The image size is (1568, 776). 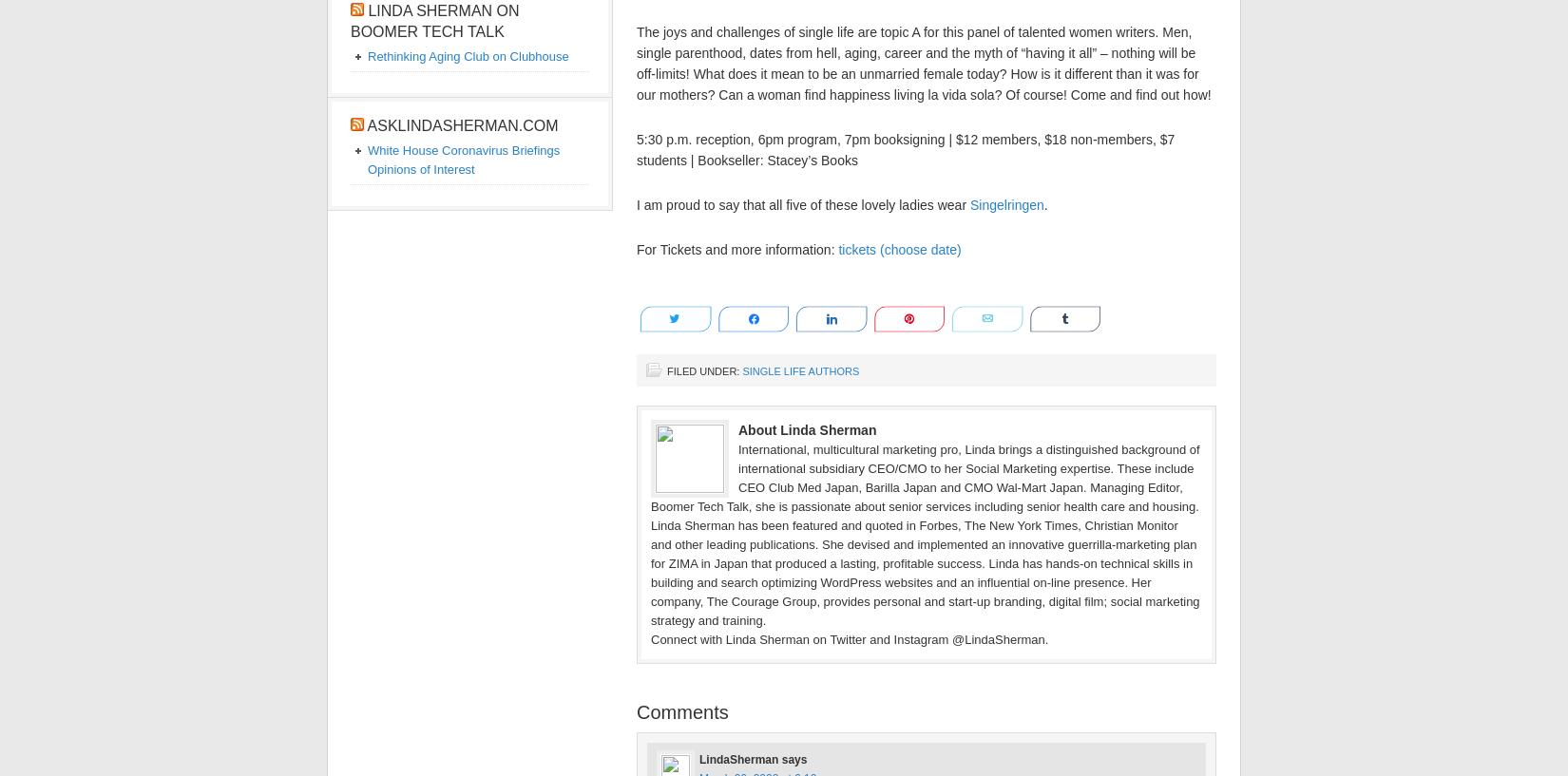 I want to click on 'Linda Sherman on Boomer Tech Talk', so click(x=350, y=20).